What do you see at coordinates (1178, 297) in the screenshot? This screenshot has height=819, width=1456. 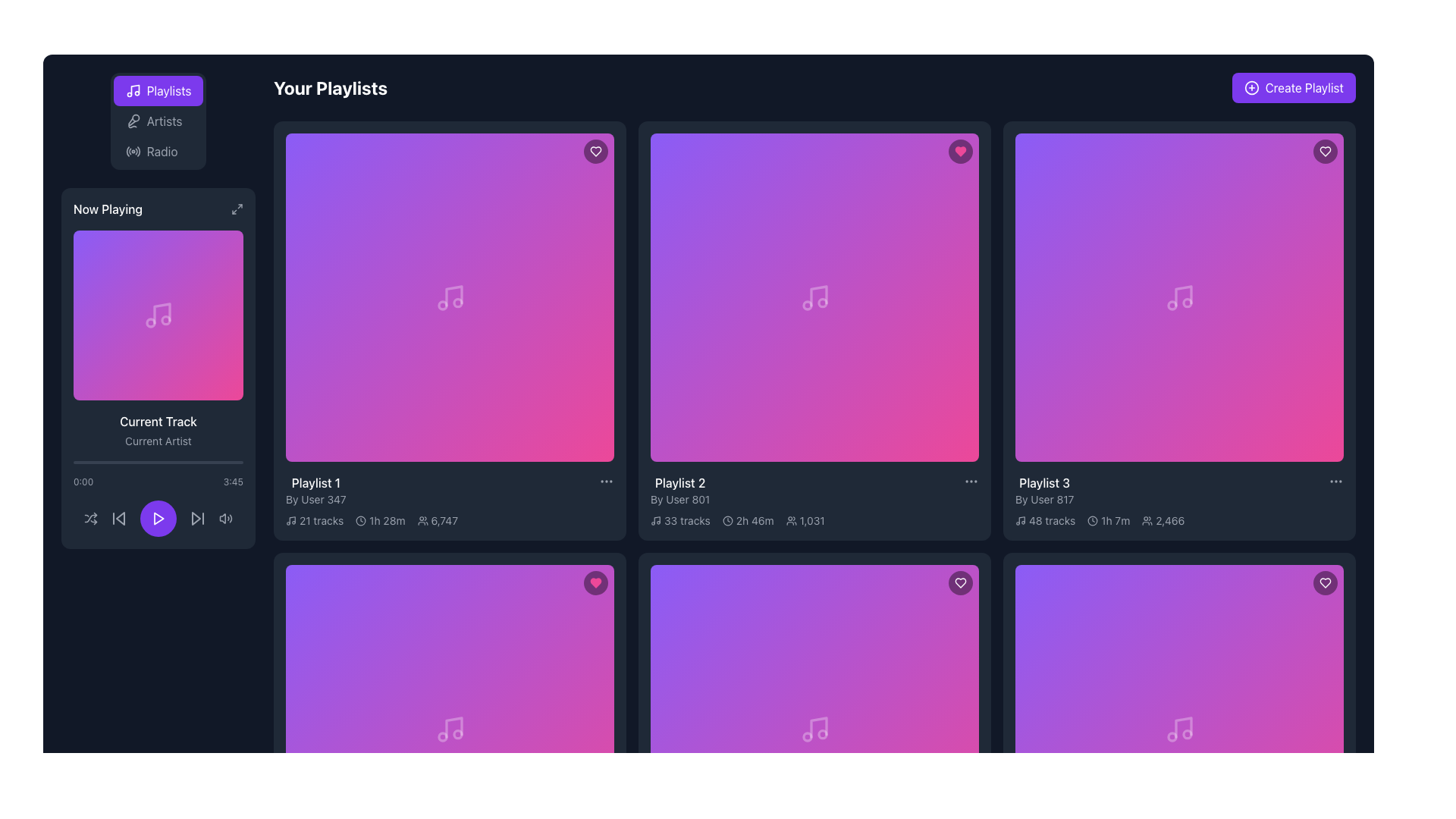 I see `the music playlist icon representing 'Playlist 3' located in the 'Your Playlists' section of the interface` at bounding box center [1178, 297].